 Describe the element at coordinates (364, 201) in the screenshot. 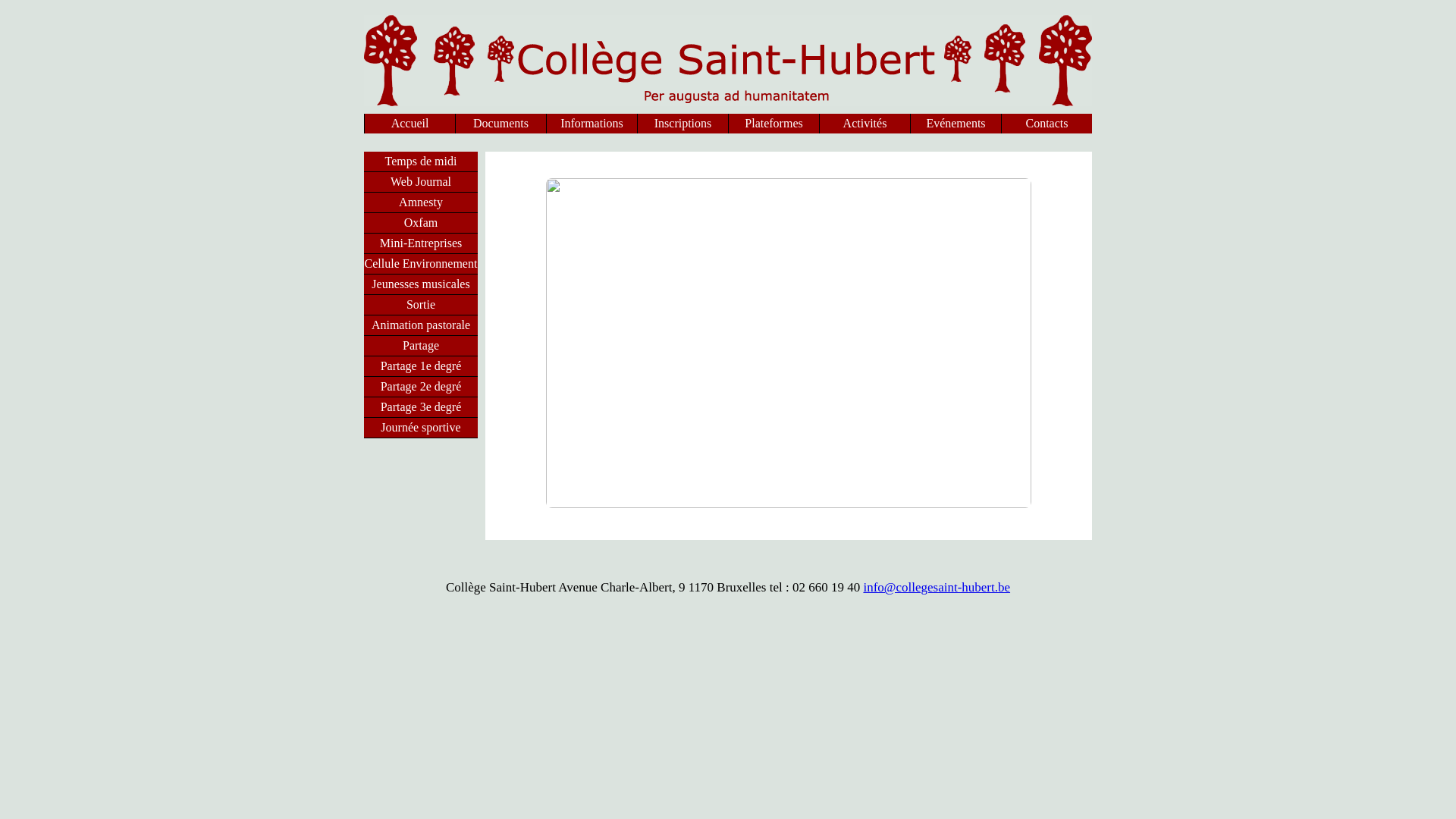

I see `'Amnesty'` at that location.